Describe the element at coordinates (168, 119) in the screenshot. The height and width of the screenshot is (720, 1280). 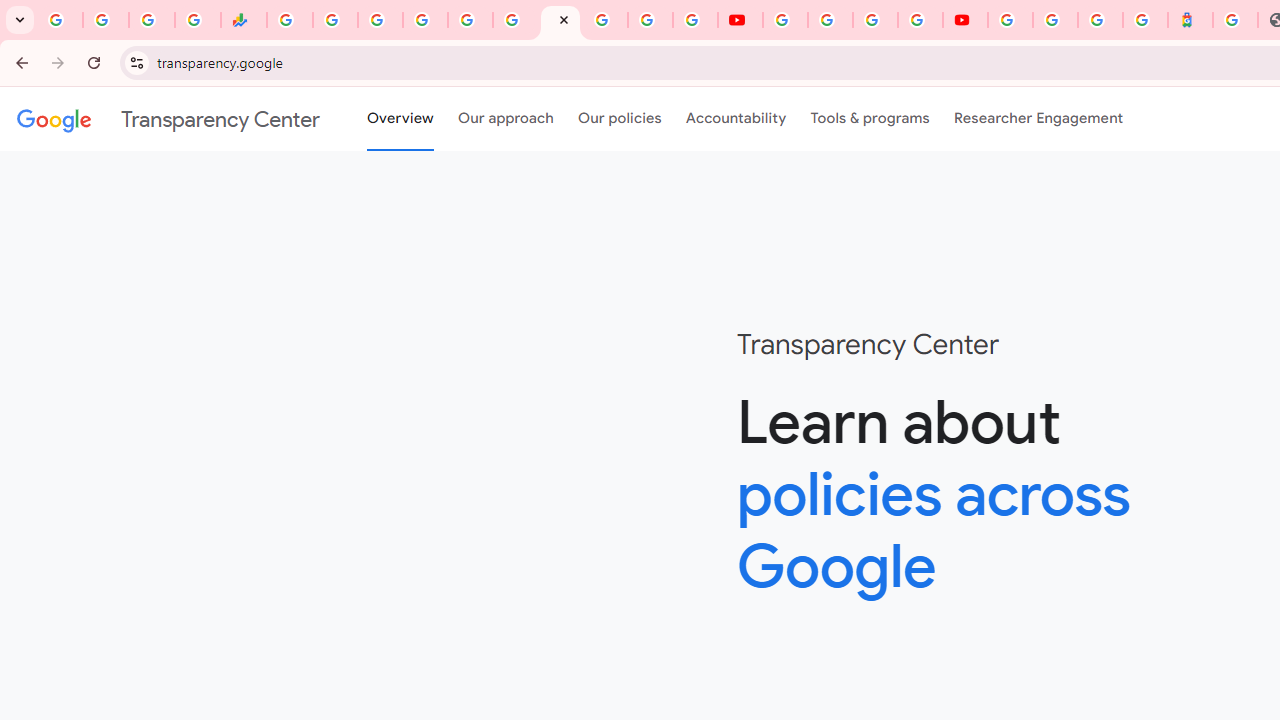
I see `'Transparency Center'` at that location.